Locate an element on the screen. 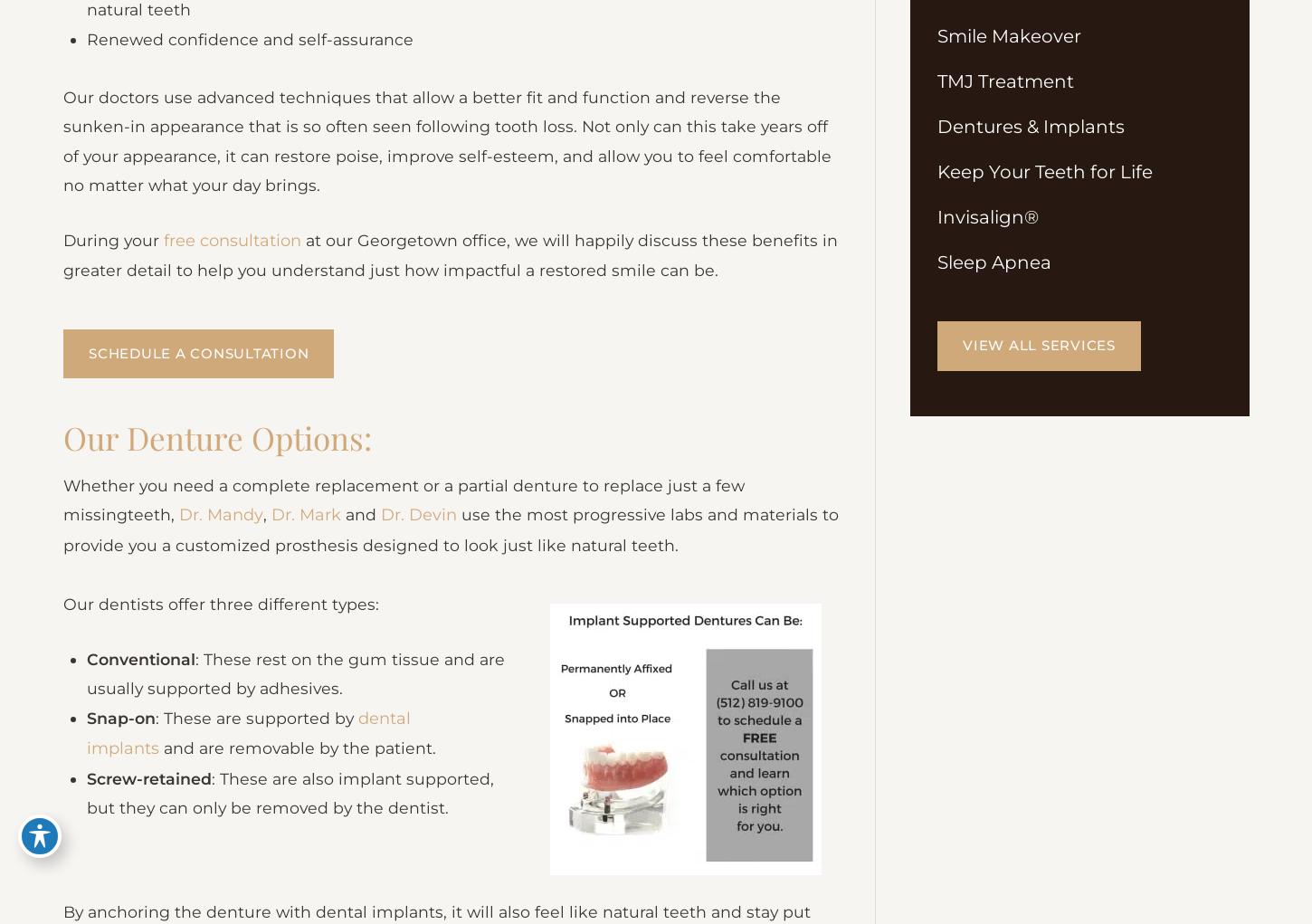 The image size is (1312, 924). 'Dr. Devin' is located at coordinates (417, 538).